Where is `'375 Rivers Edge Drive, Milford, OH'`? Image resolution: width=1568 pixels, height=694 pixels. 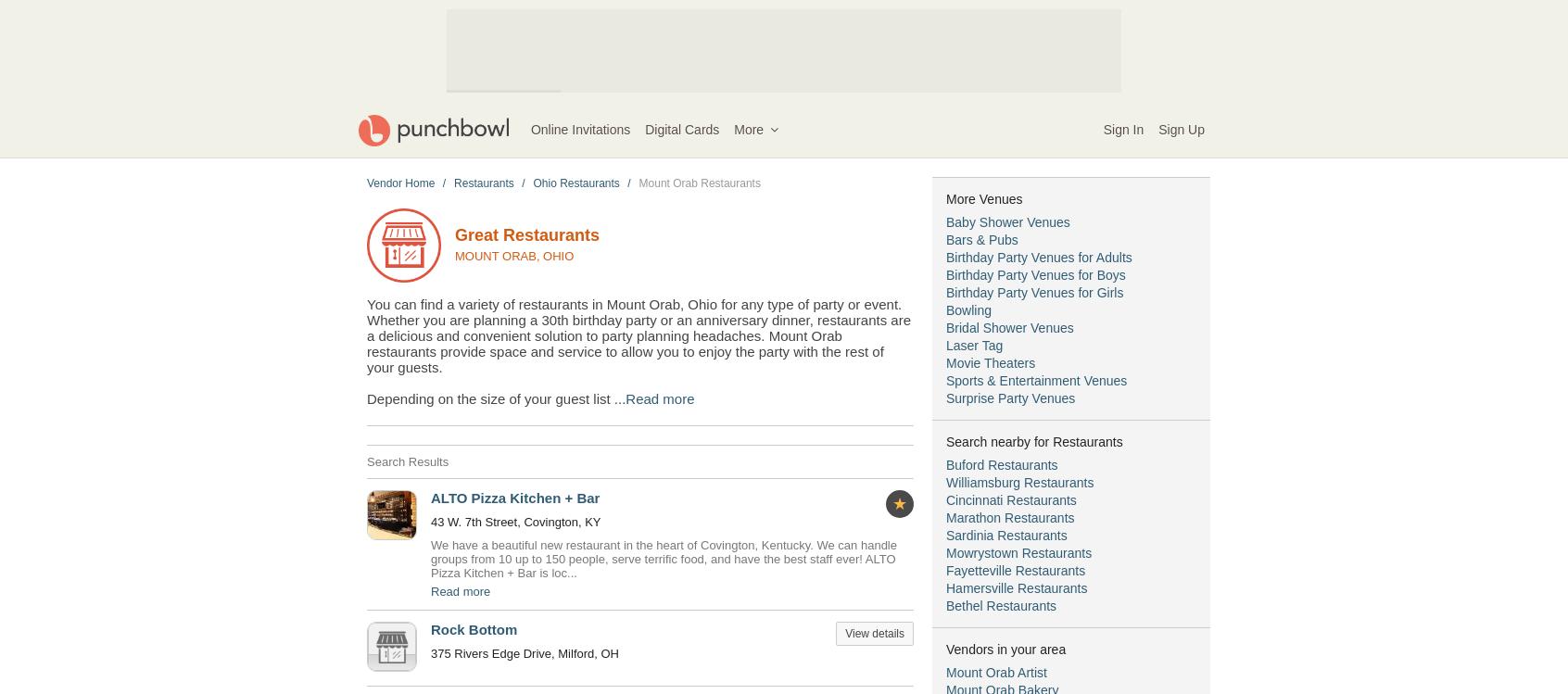
'375 Rivers Edge Drive, Milford, OH' is located at coordinates (524, 652).